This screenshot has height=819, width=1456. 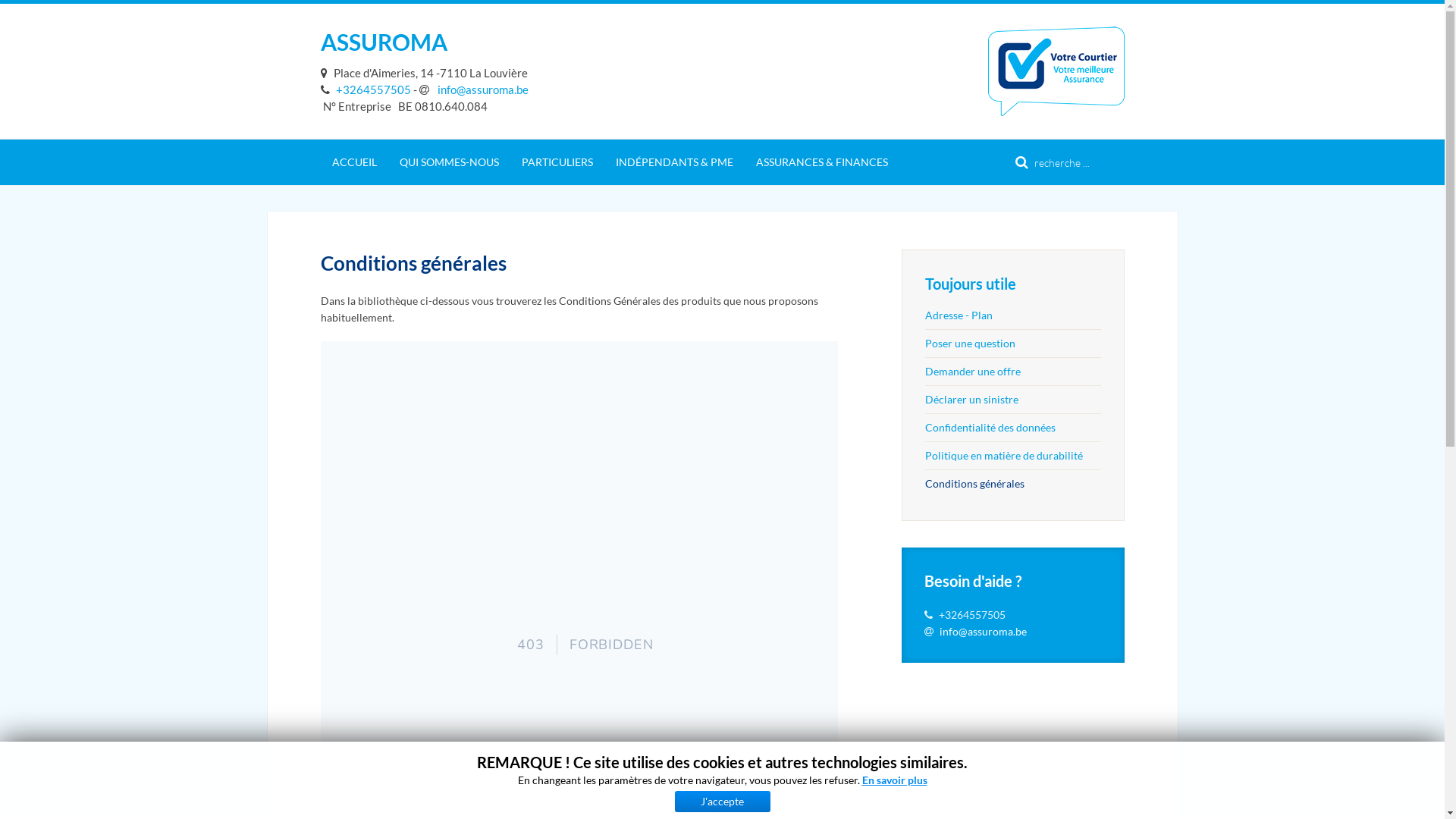 I want to click on 'Adresse - Plan', so click(x=924, y=315).